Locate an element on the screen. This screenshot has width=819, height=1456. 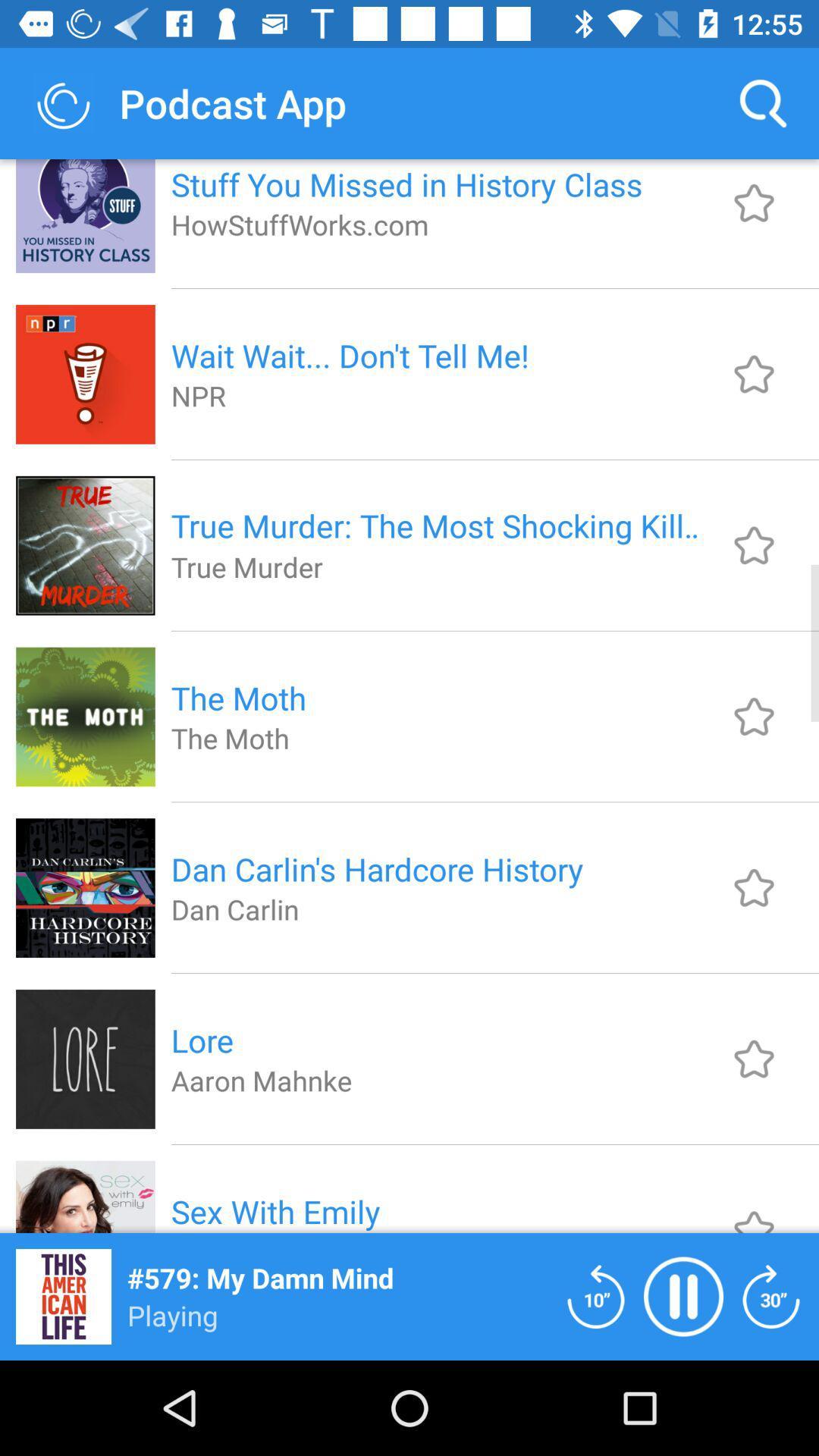
makes favorite item is located at coordinates (754, 1058).